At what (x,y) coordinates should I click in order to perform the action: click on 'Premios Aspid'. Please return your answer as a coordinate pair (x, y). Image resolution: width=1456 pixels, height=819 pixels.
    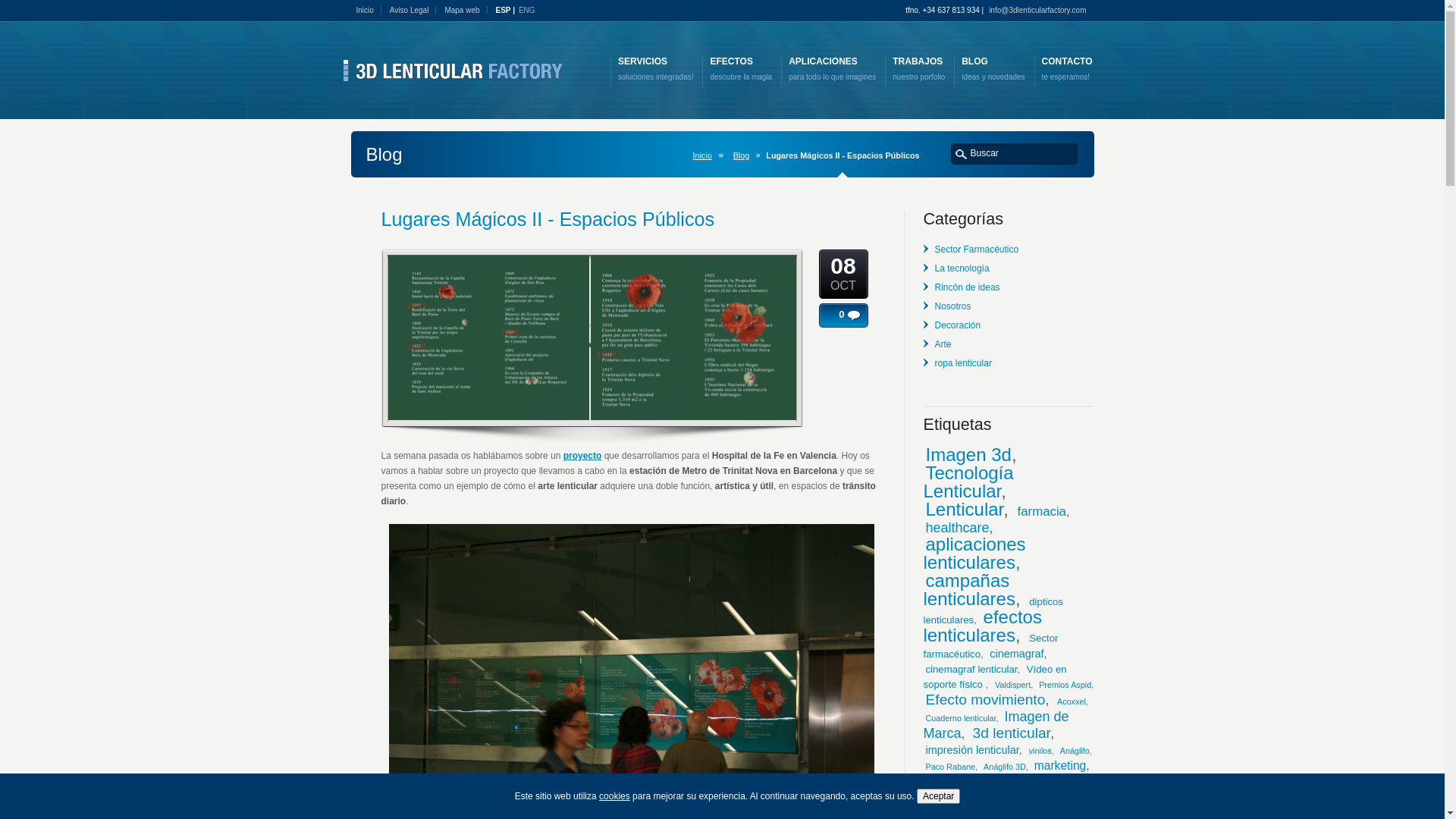
    Looking at the image, I should click on (1064, 684).